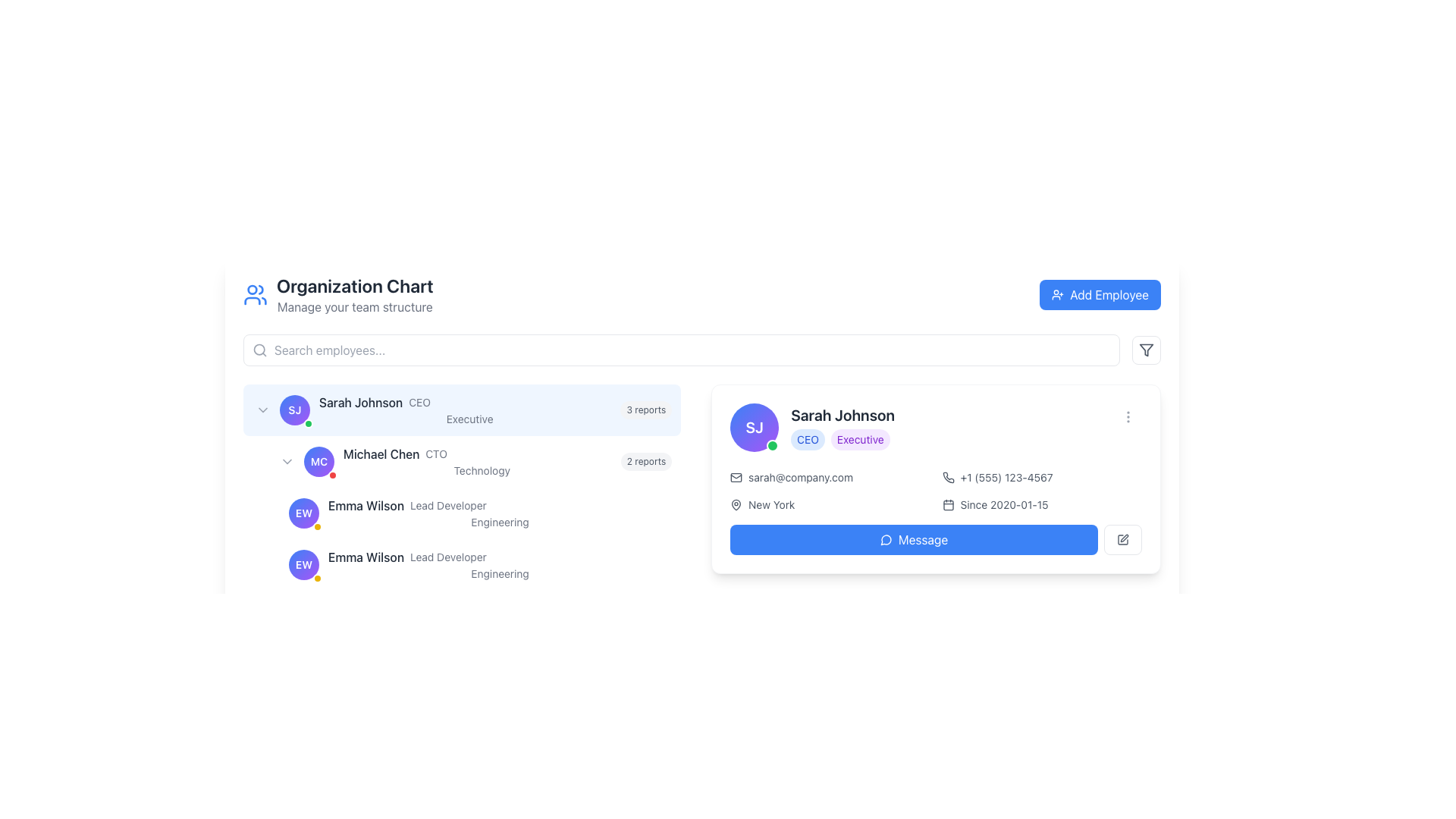  Describe the element at coordinates (842, 415) in the screenshot. I see `name displayed in the text label at the top of the profile card, which serves as the primary identifier of the individual` at that location.